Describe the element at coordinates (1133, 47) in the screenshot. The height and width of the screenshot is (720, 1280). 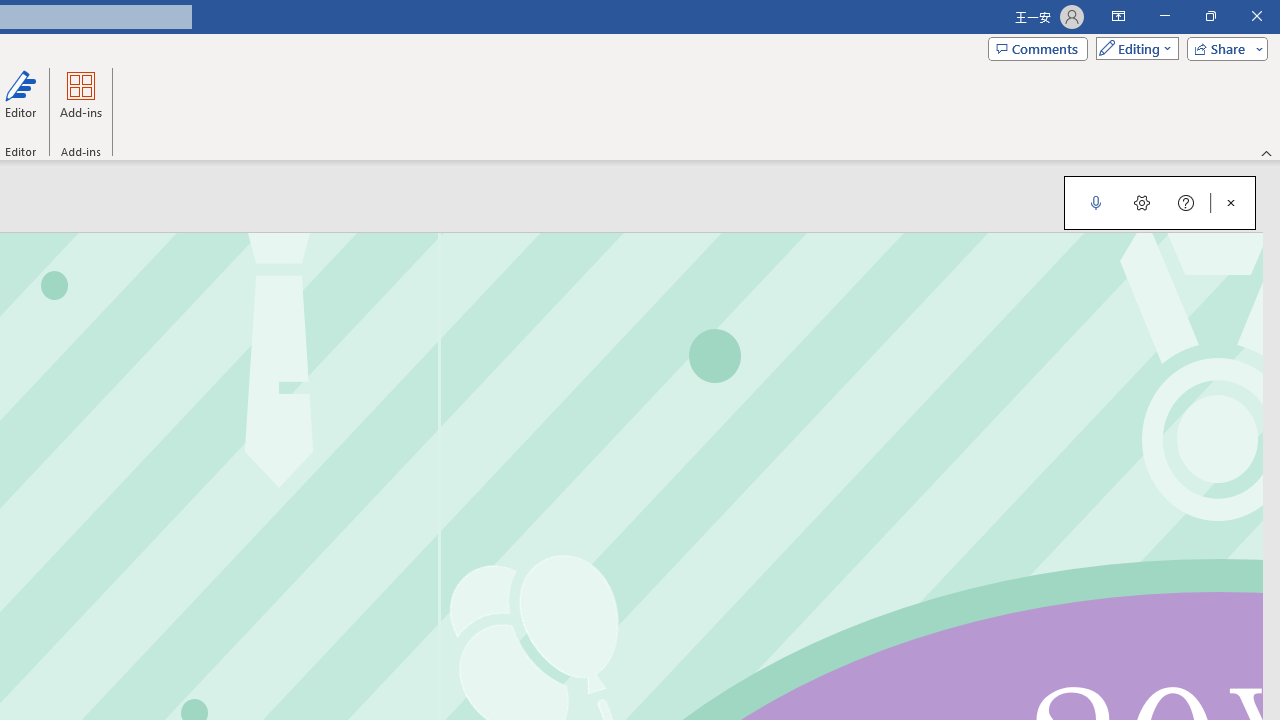
I see `'Mode'` at that location.